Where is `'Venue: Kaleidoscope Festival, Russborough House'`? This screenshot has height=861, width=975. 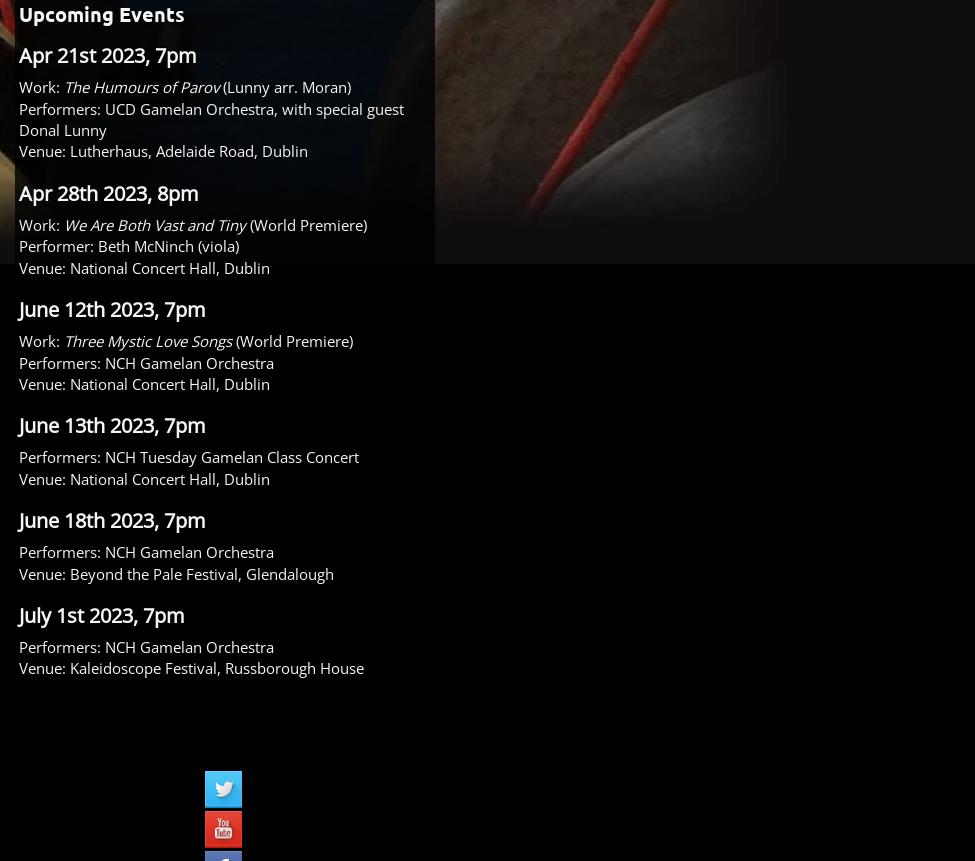 'Venue: Kaleidoscope Festival, Russborough House' is located at coordinates (190, 667).